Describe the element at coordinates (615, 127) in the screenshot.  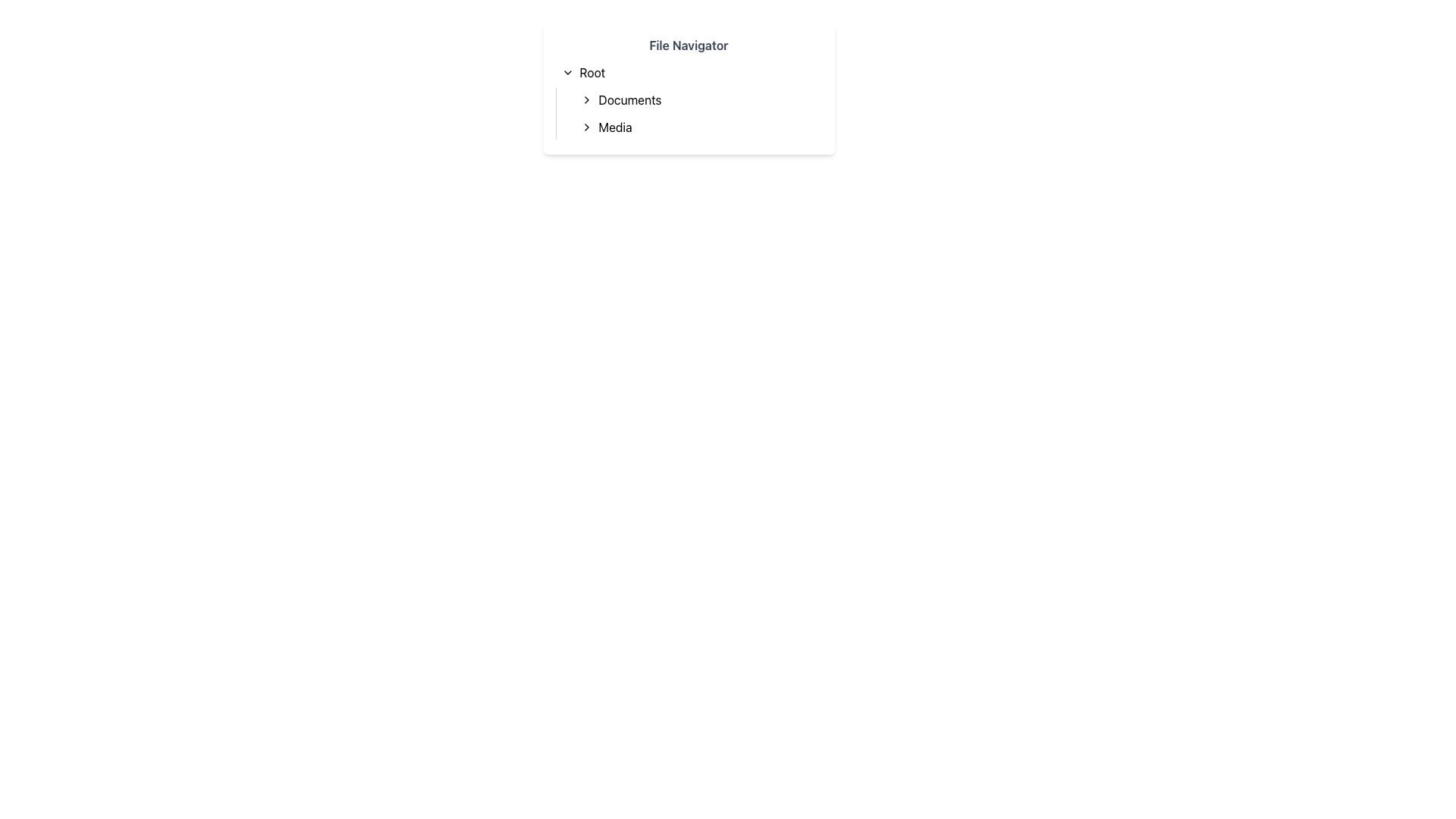
I see `the static text label displaying 'Media' located under the 'Documents' entry` at that location.